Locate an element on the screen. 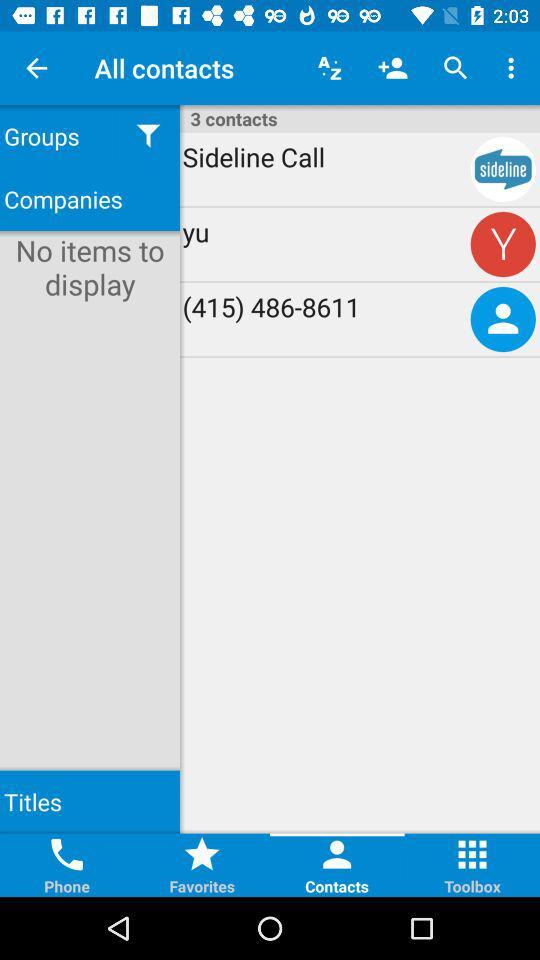  the icon below groups item is located at coordinates (89, 199).